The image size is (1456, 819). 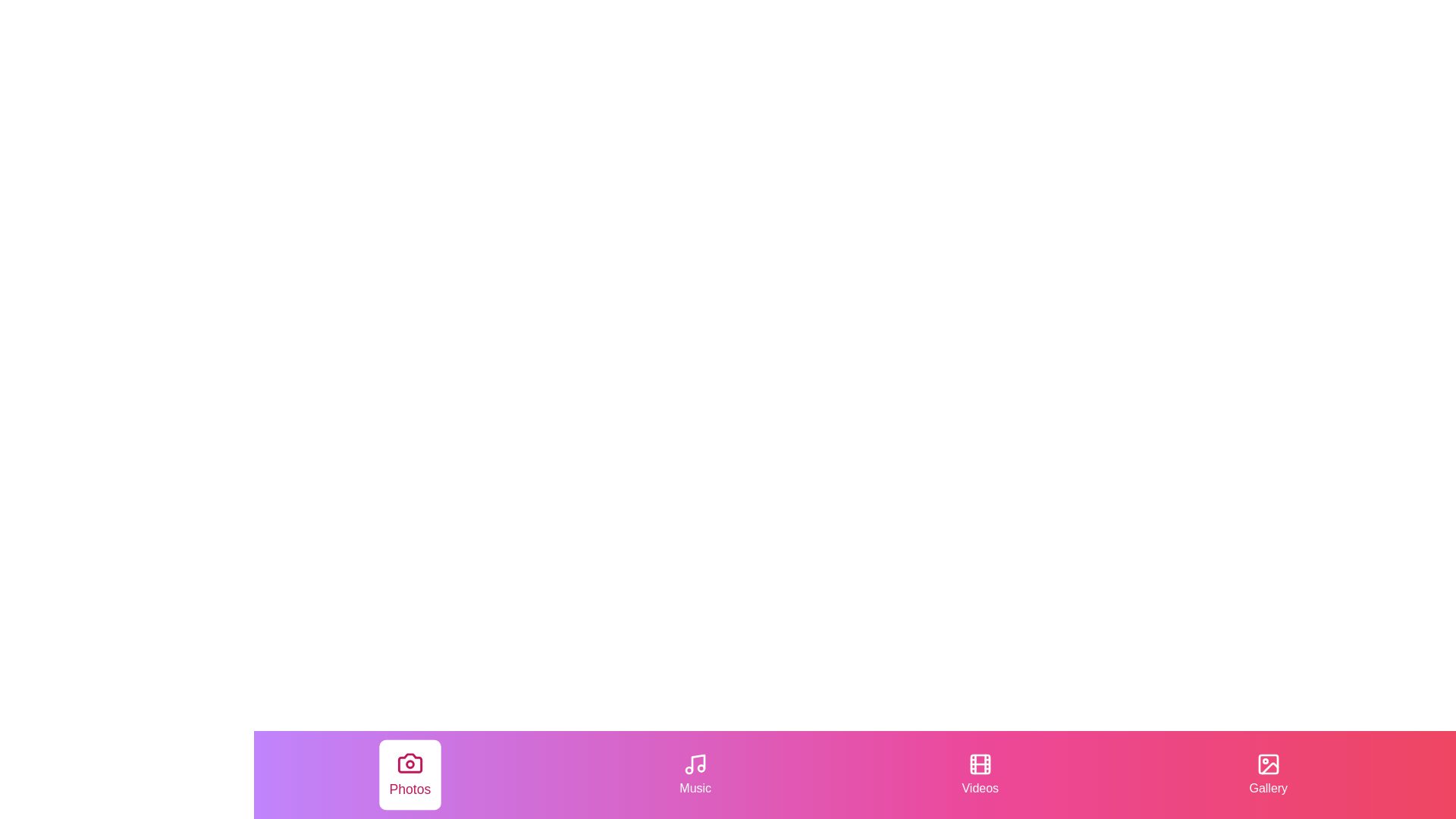 I want to click on the Gallery tab by clicking on its corresponding button, so click(x=1268, y=775).